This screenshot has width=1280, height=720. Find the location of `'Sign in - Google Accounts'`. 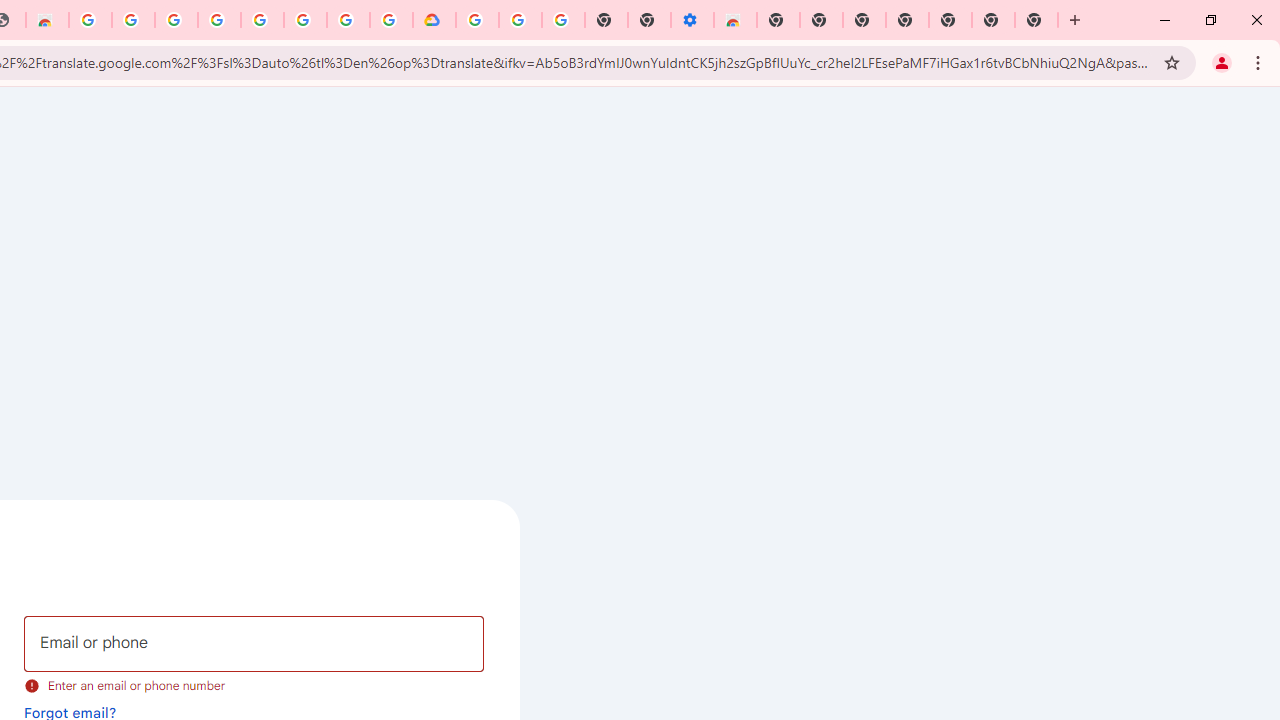

'Sign in - Google Accounts' is located at coordinates (176, 20).